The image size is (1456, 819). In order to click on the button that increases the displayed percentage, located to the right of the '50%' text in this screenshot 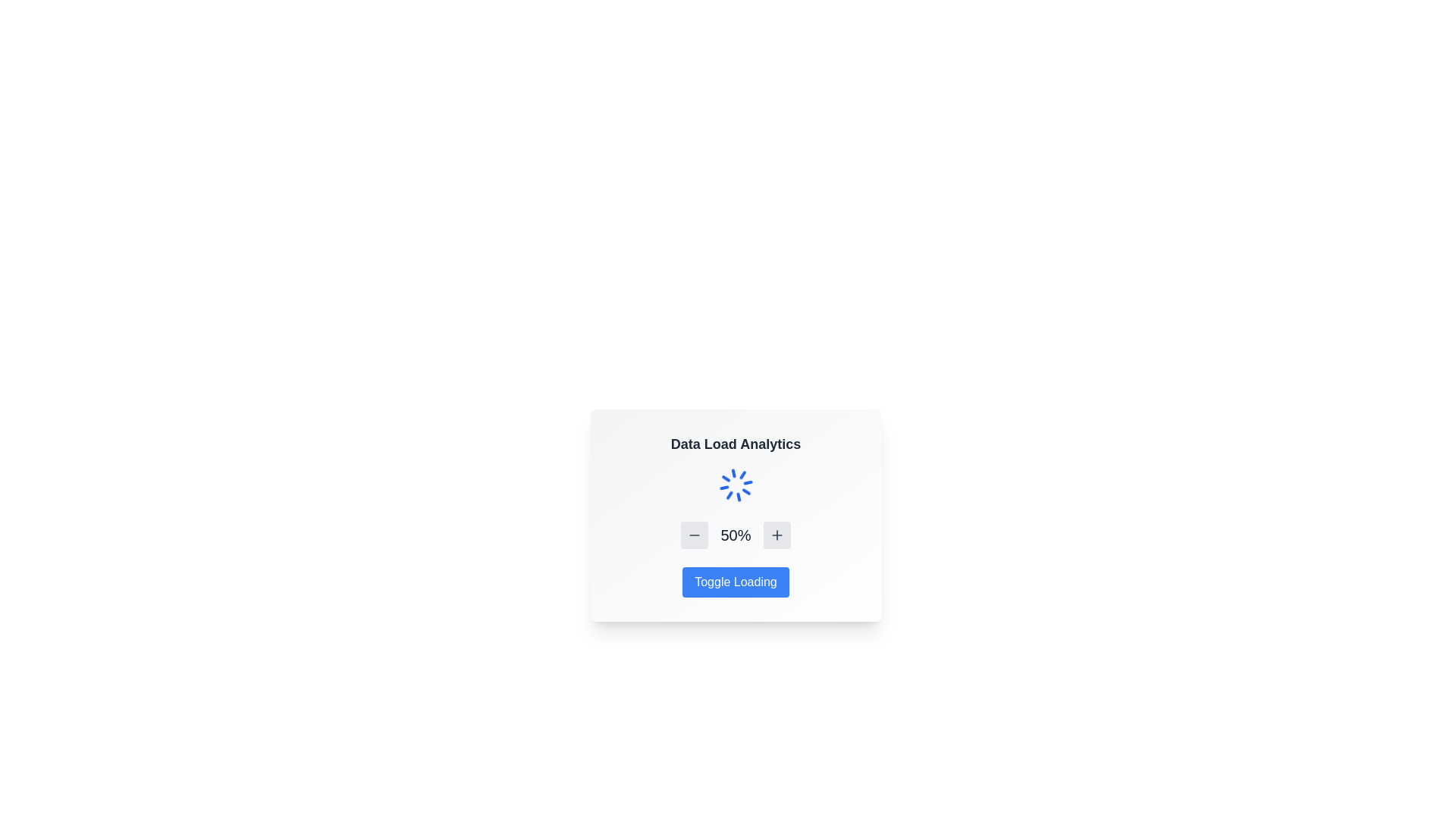, I will do `click(777, 534)`.